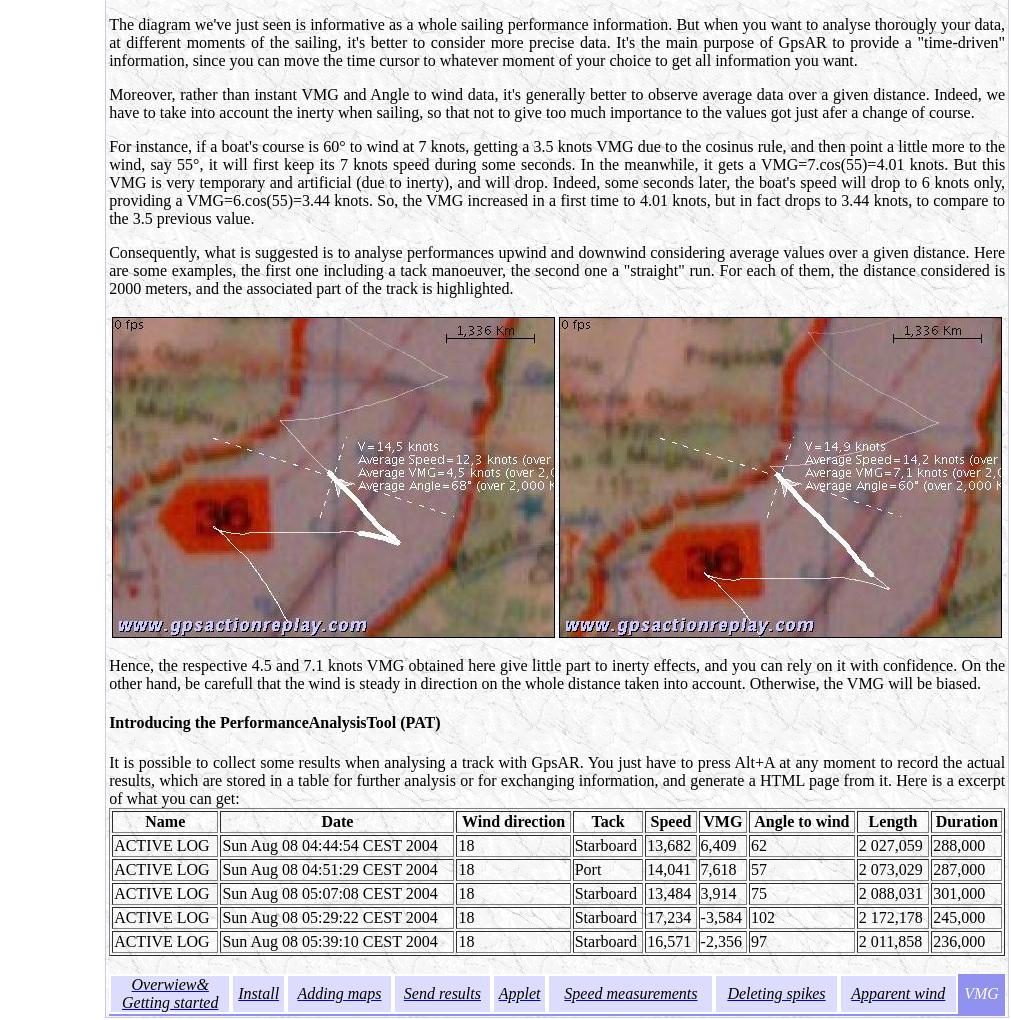 Image resolution: width=1011 pixels, height=1020 pixels. Describe the element at coordinates (329, 916) in the screenshot. I see `'Sun Aug 08 05:29:22 CEST 2004'` at that location.